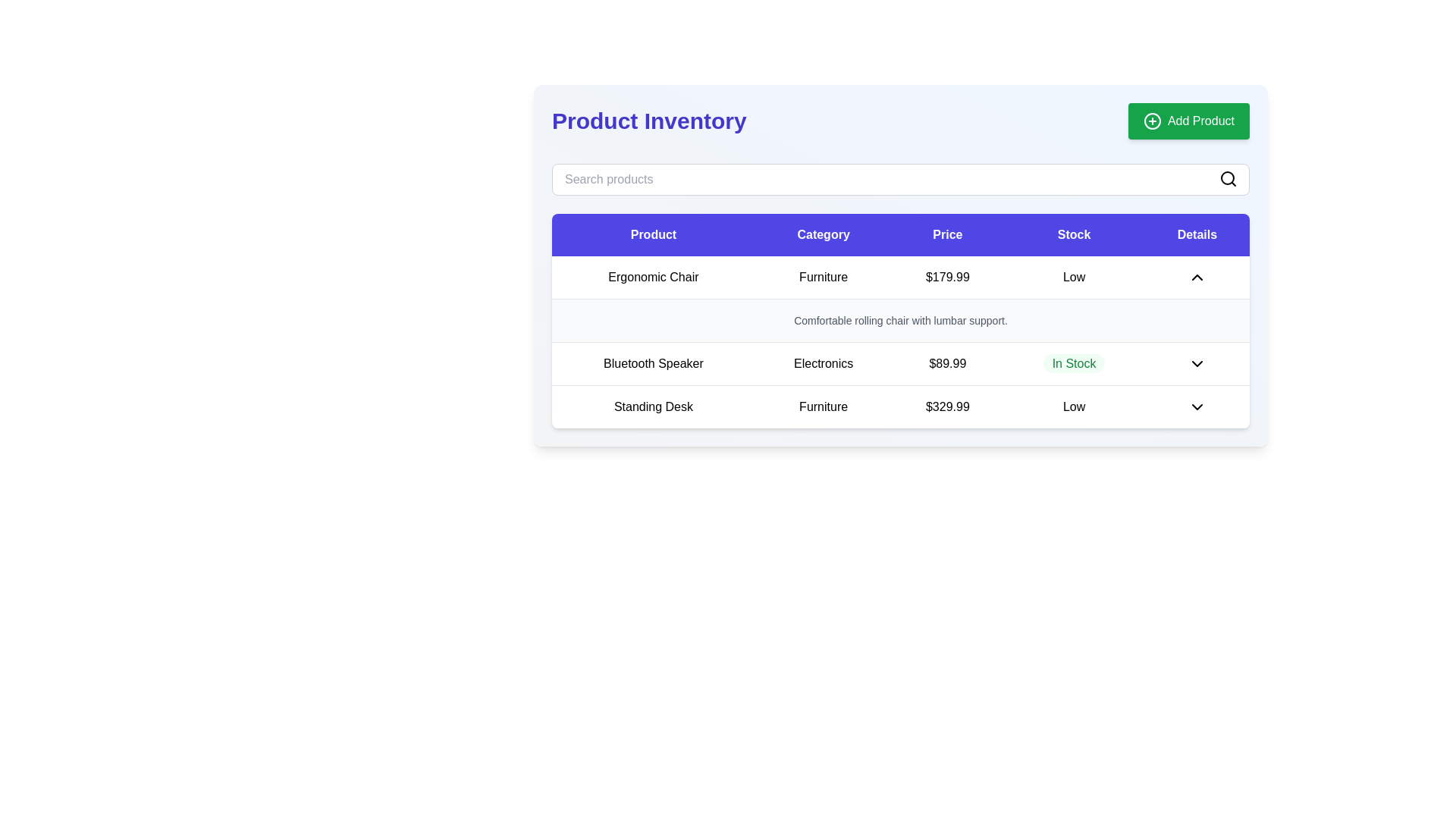 The height and width of the screenshot is (819, 1456). What do you see at coordinates (901, 320) in the screenshot?
I see `the text display area that describes 'Comfortable rolling chair with lumbar support.' in the product inventory table` at bounding box center [901, 320].